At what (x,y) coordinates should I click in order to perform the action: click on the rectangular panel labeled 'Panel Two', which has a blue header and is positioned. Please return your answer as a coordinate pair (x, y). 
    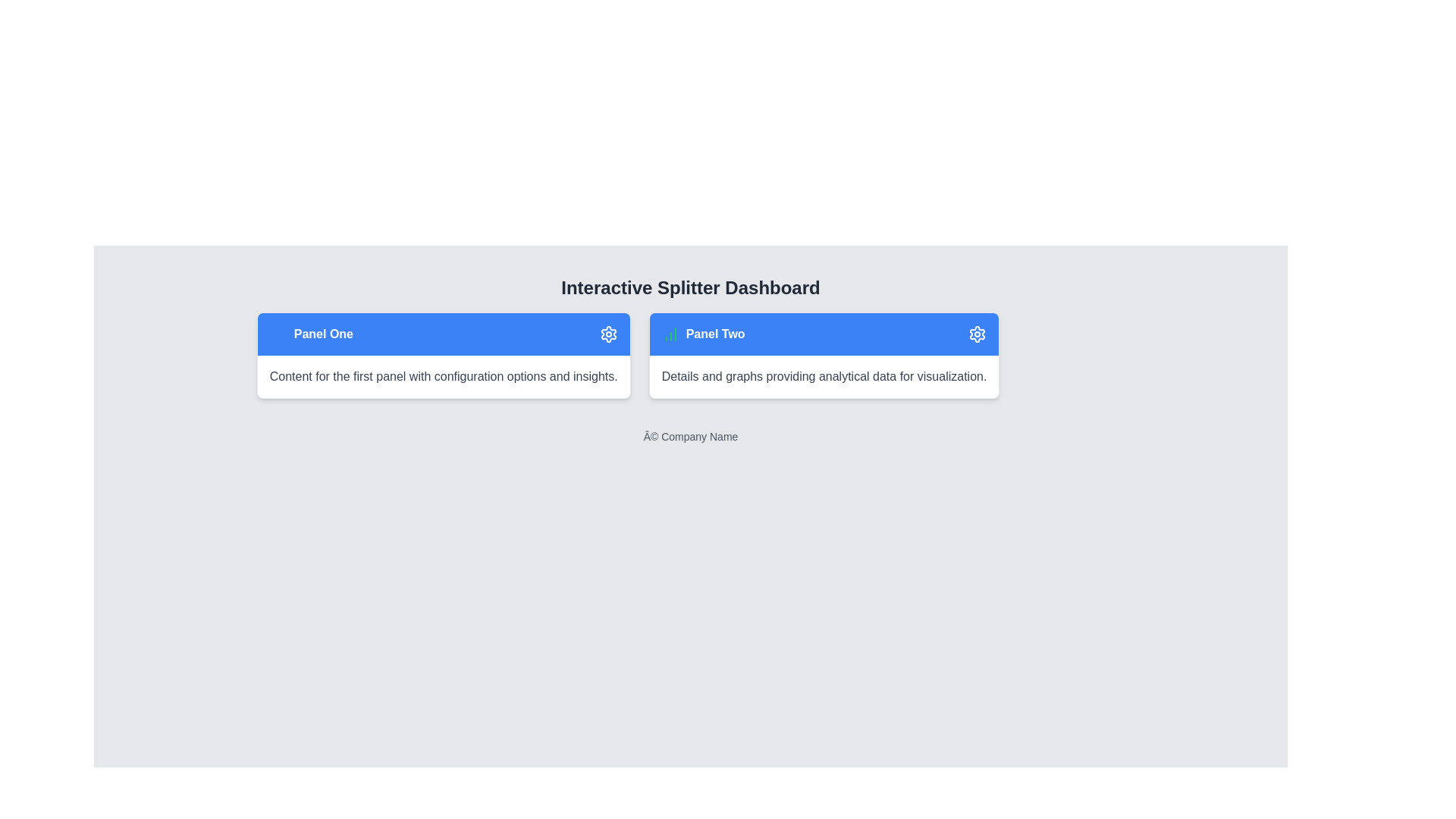
    Looking at the image, I should click on (824, 356).